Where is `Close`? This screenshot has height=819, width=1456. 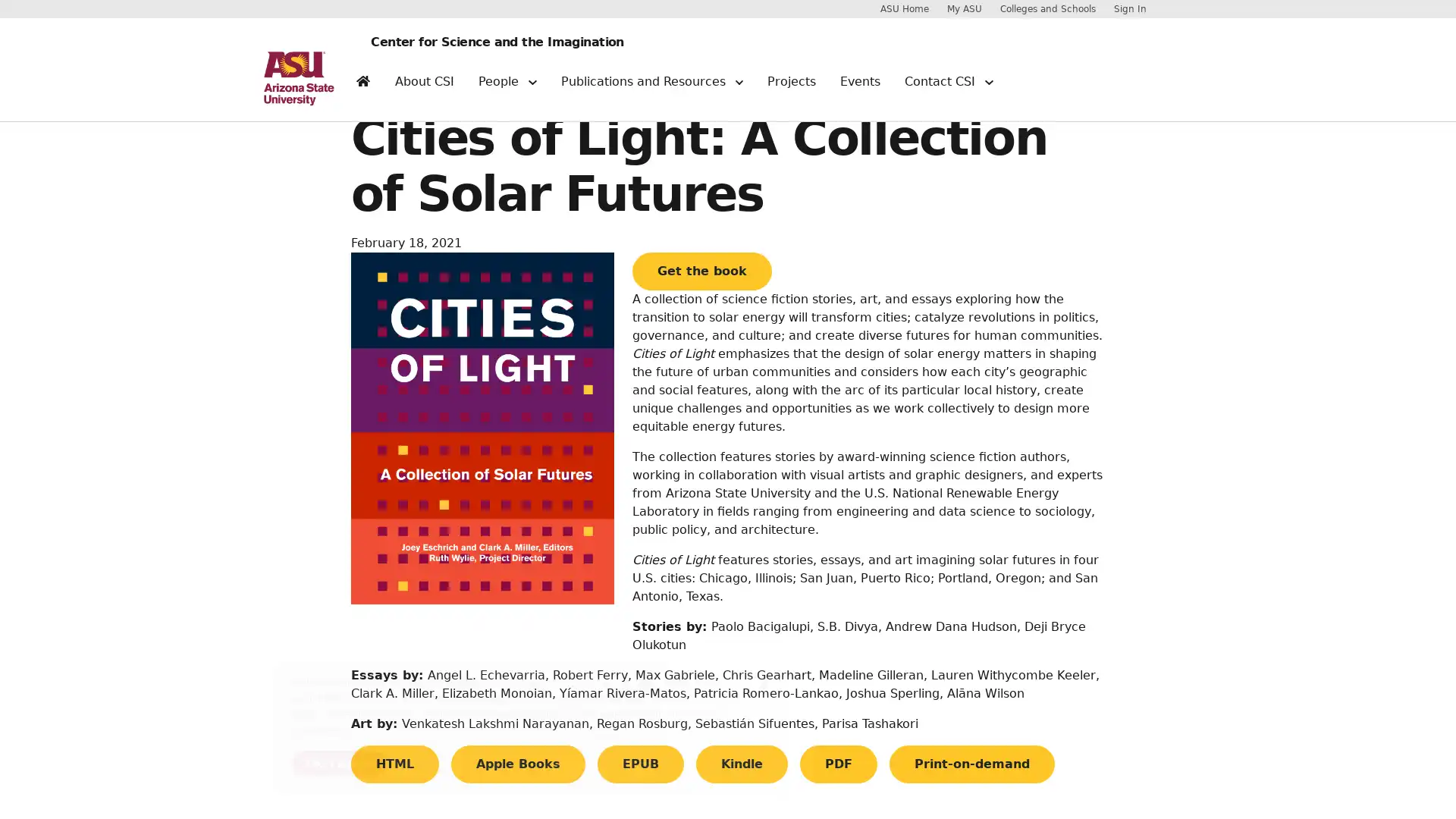
Close is located at coordinates (764, 684).